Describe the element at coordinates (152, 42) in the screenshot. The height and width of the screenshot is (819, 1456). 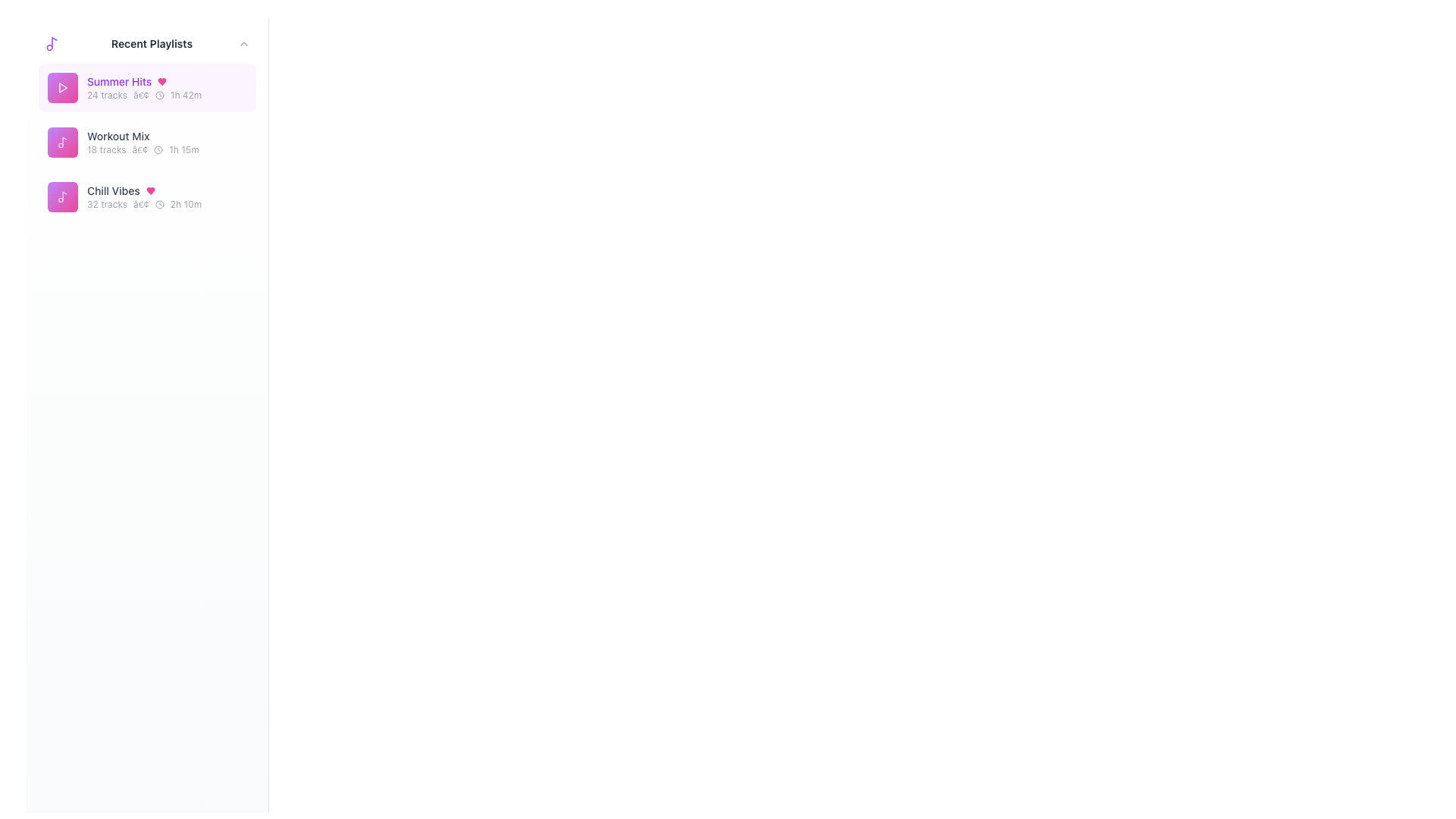
I see `the 'Recent Playlists' text label located at the top-left area of the interface, positioned centrally between a music icon and a dropdown arrow` at that location.